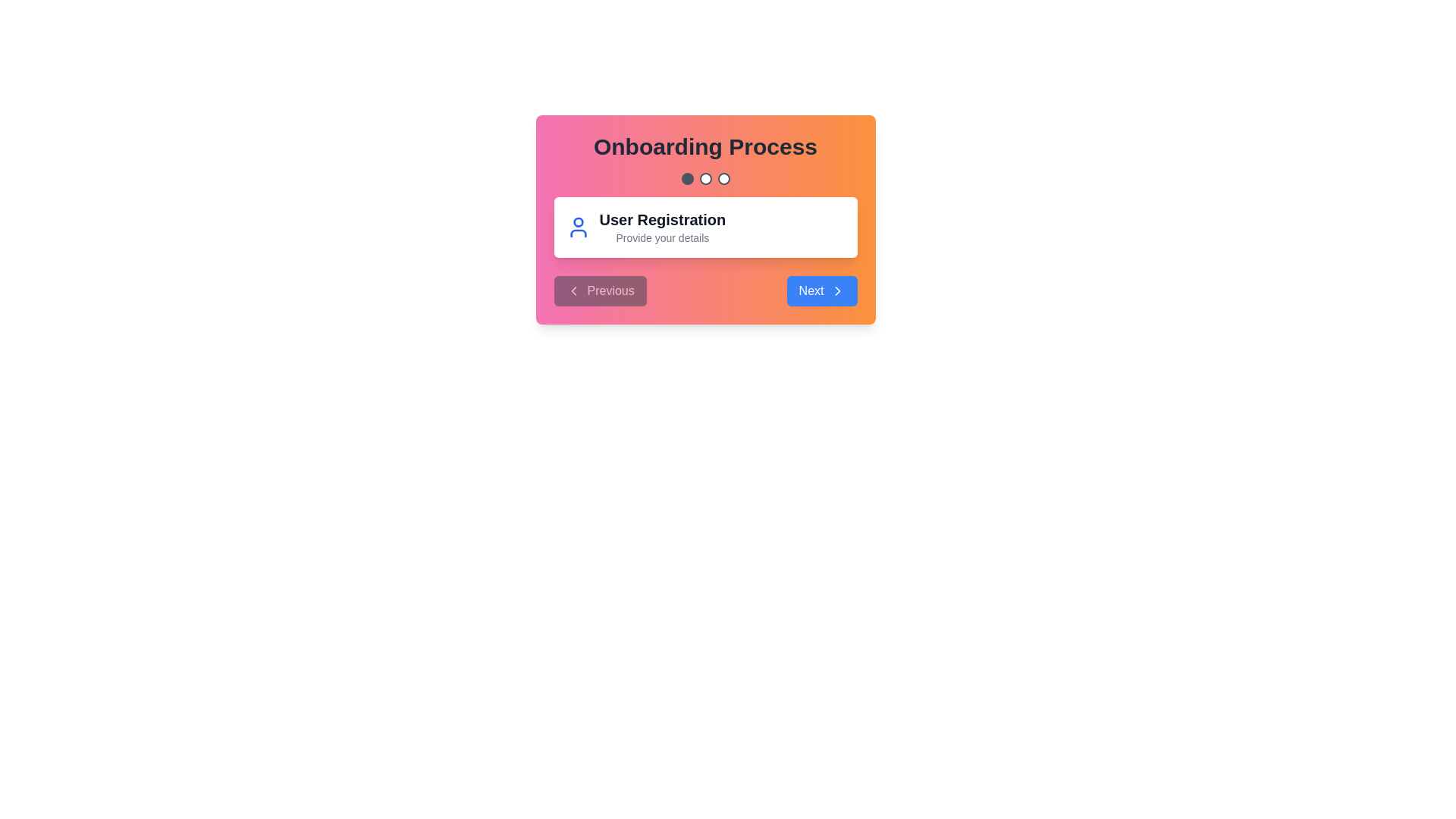  I want to click on the 'Previous' button located in the bottom-left corner of the onboarding card, so click(599, 291).